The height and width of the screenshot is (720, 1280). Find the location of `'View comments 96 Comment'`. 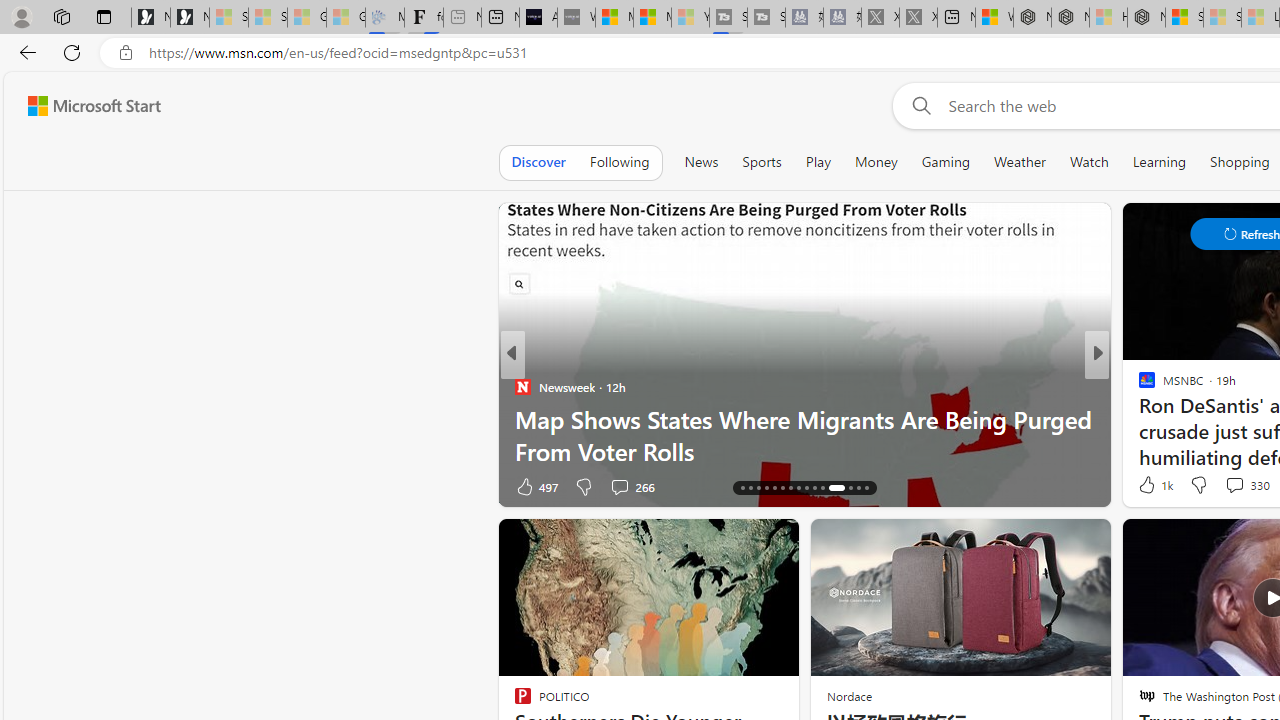

'View comments 96 Comment' is located at coordinates (1234, 486).